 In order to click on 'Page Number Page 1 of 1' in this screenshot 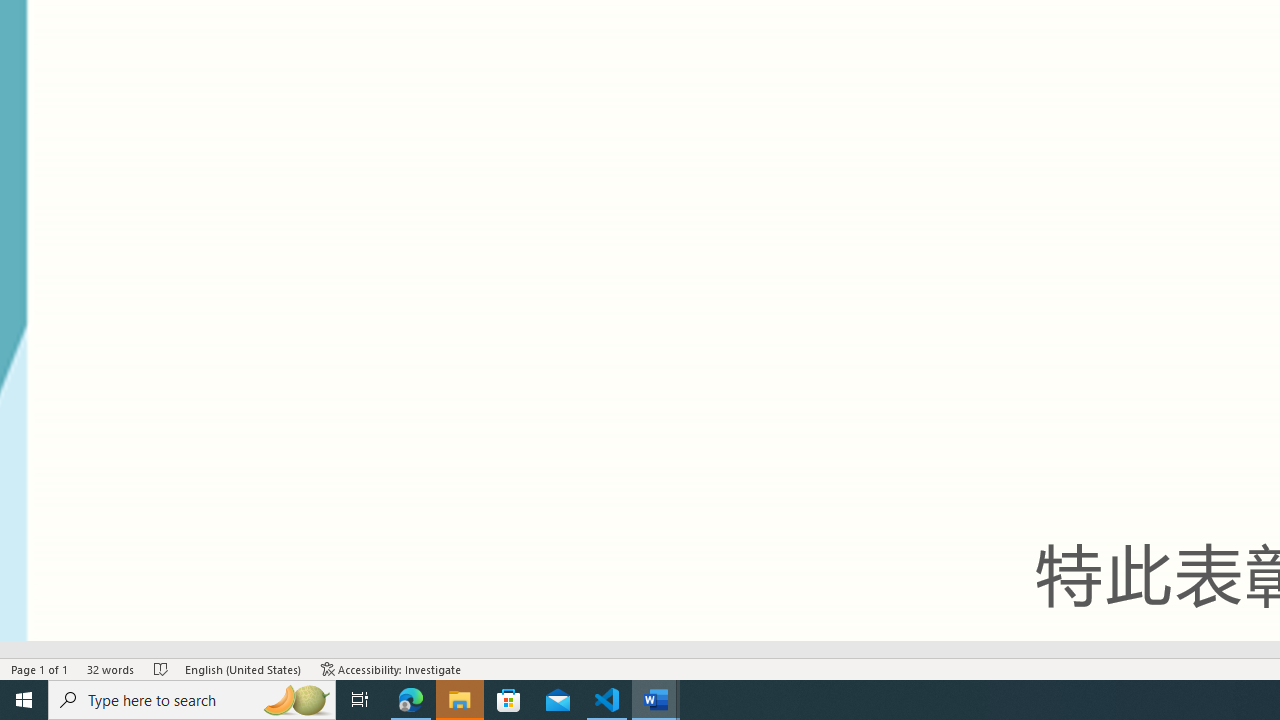, I will do `click(40, 669)`.